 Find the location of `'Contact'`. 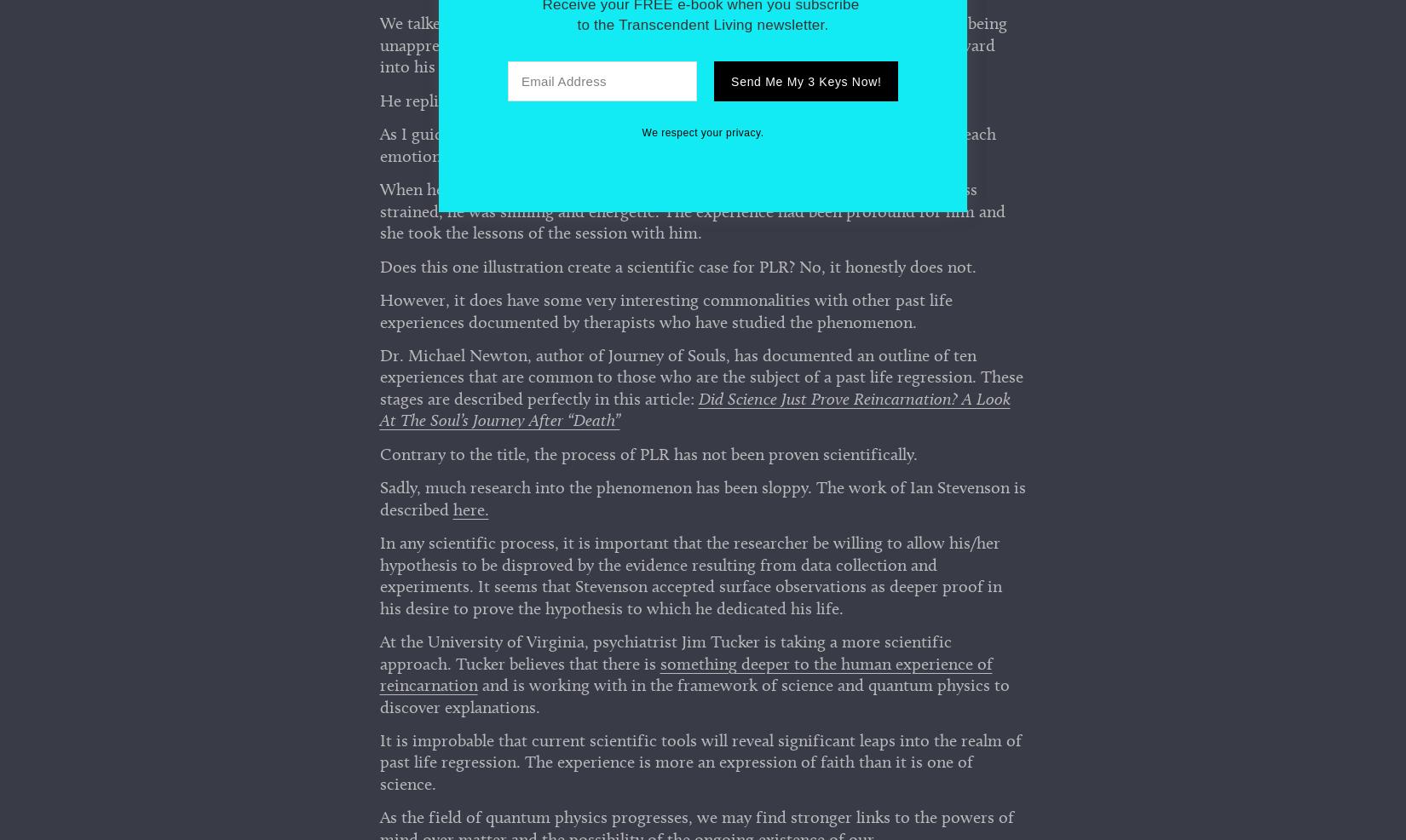

'Contact' is located at coordinates (560, 397).